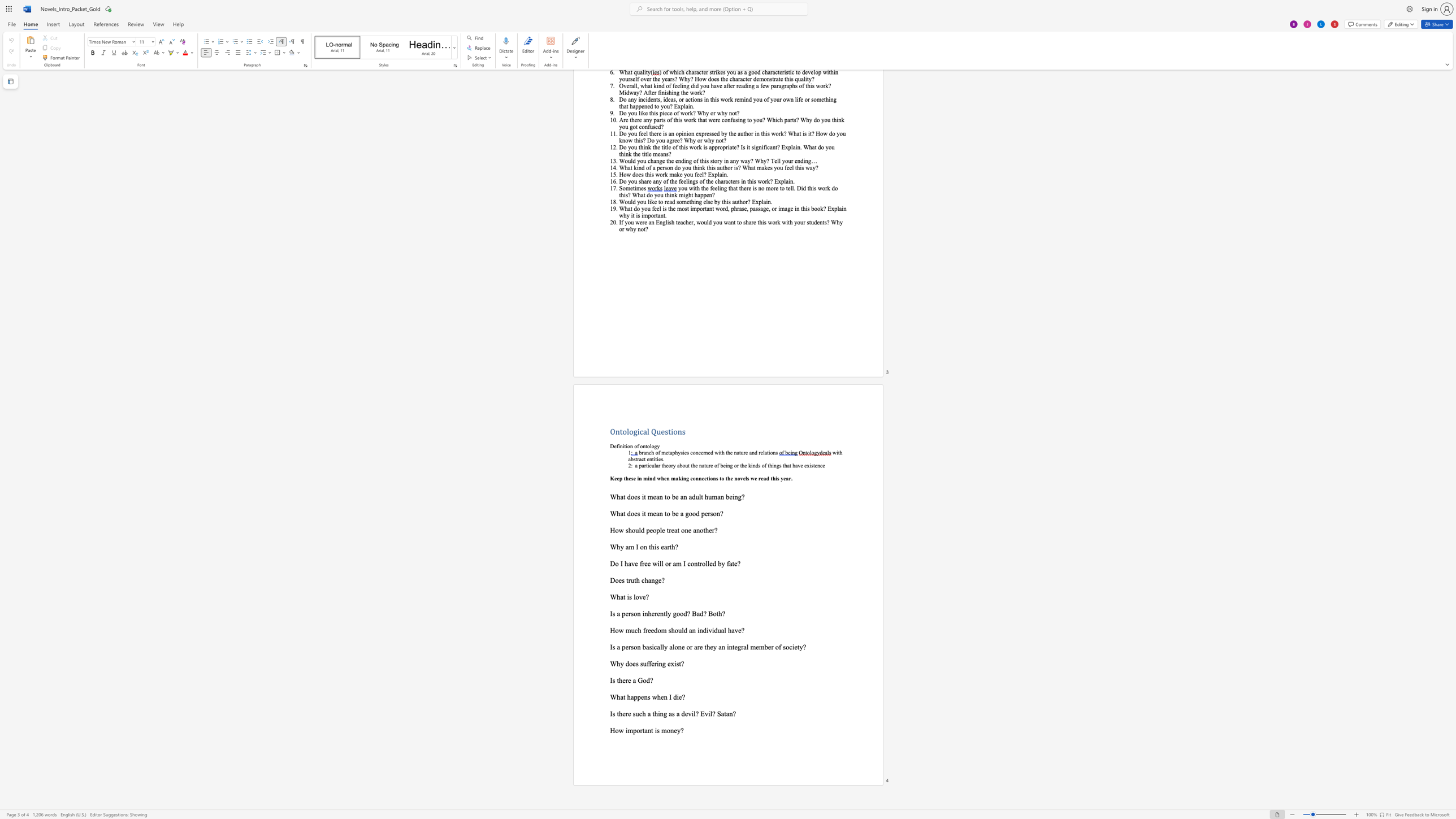  I want to click on the 1th character "e" in the text, so click(615, 478).